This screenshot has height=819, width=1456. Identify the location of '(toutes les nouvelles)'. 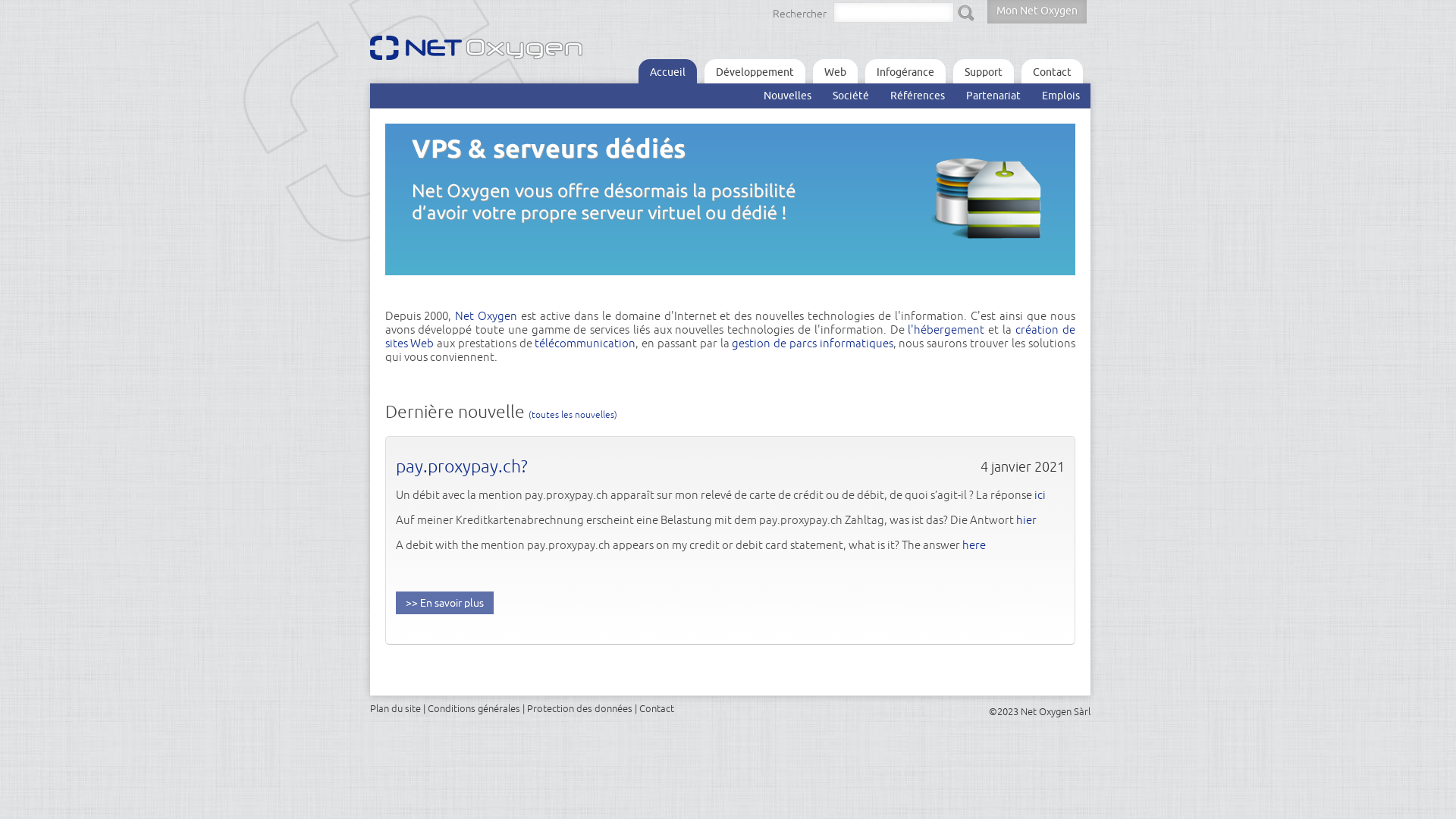
(571, 414).